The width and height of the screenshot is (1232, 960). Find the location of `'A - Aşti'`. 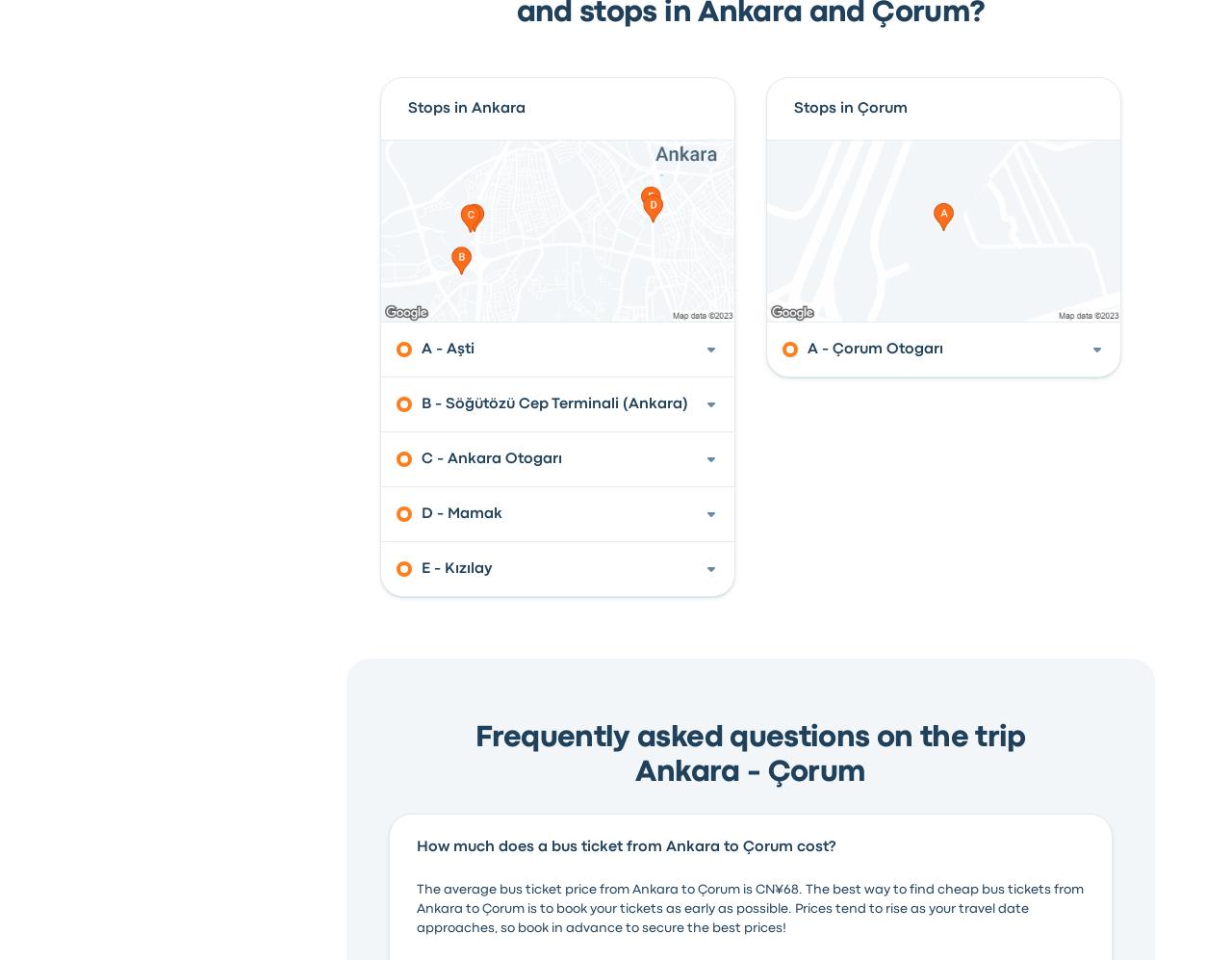

'A - Aşti' is located at coordinates (419, 348).